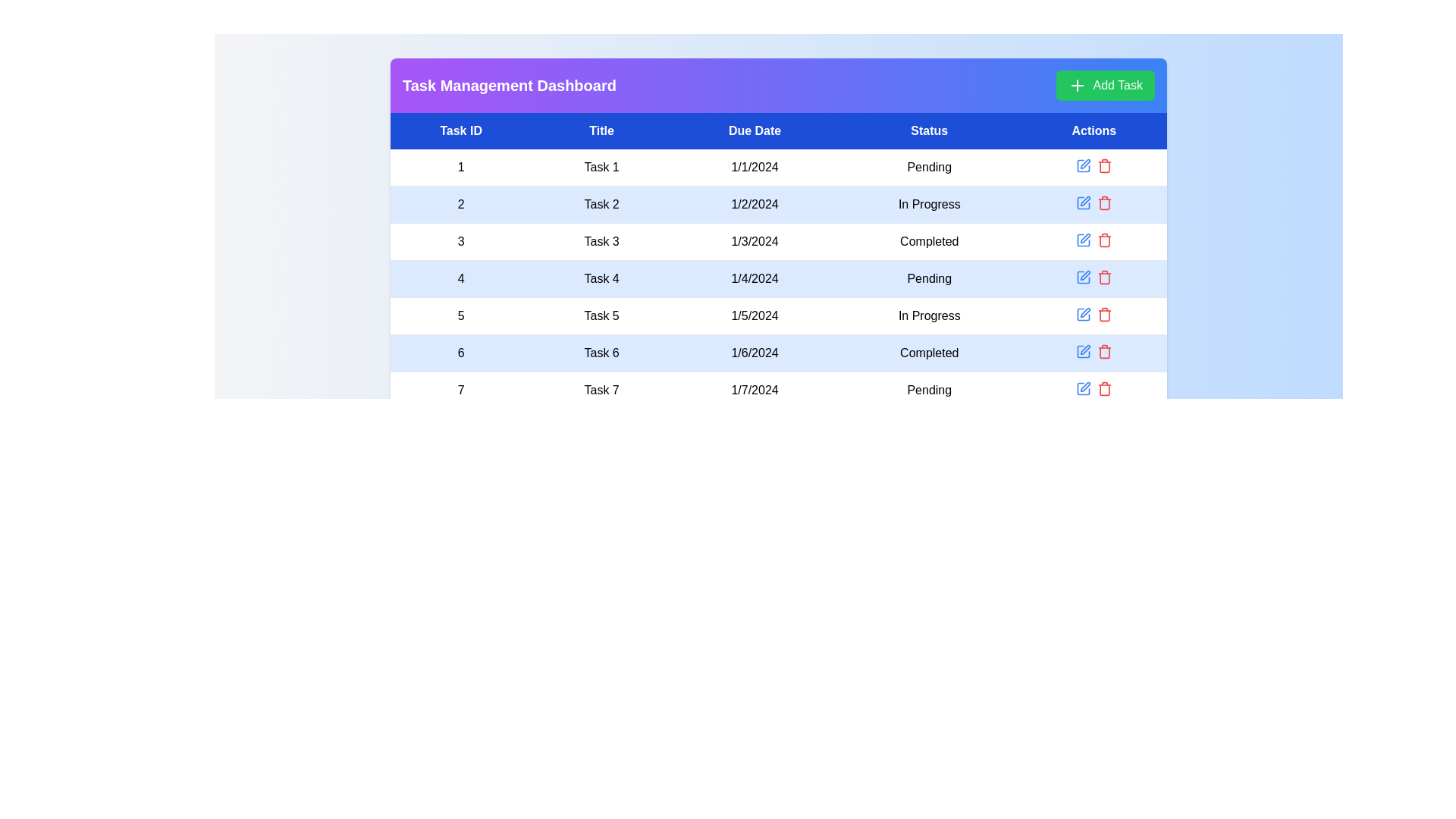  What do you see at coordinates (1104, 351) in the screenshot?
I see `delete icon for the task with ID 6` at bounding box center [1104, 351].